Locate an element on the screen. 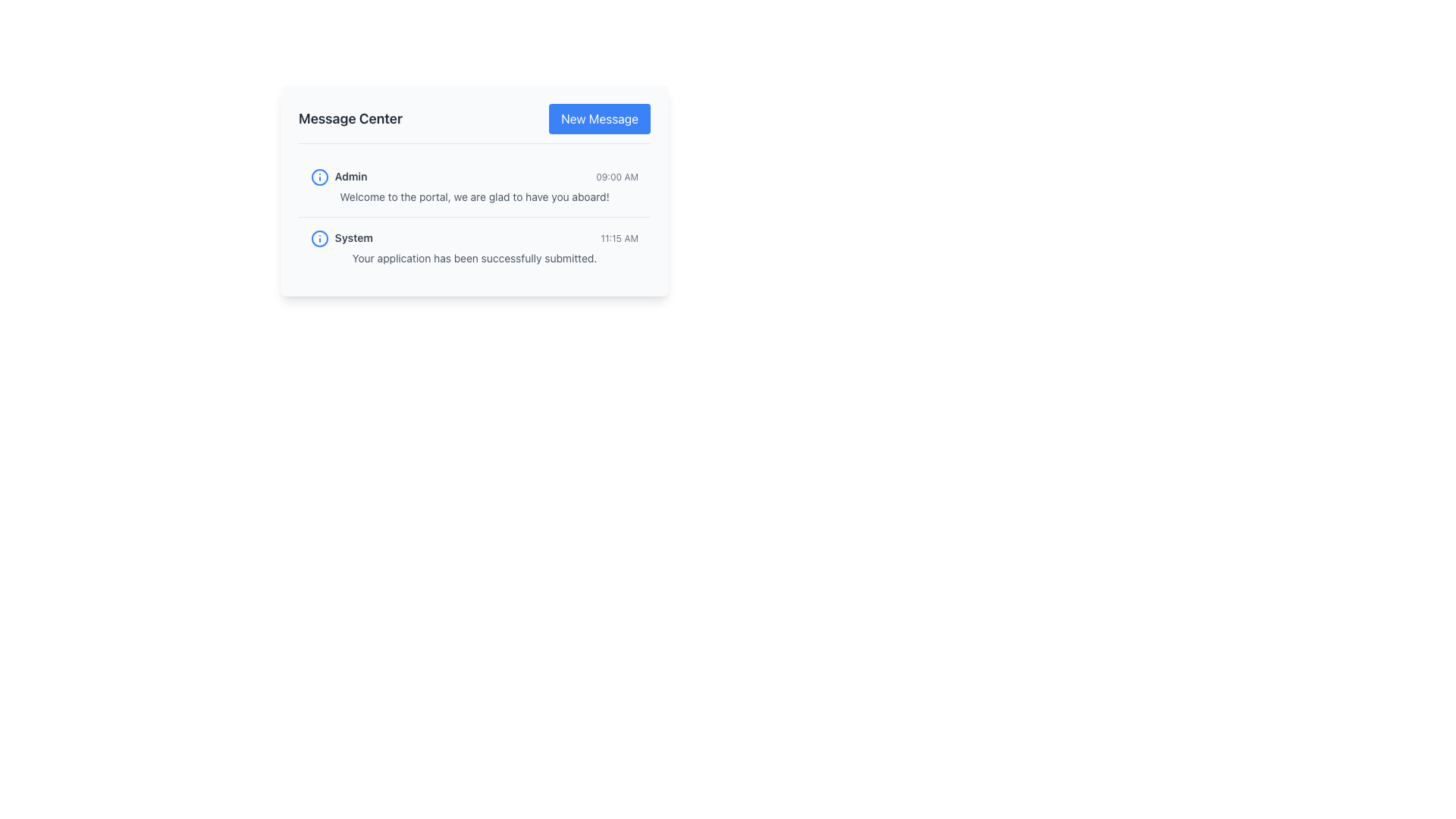 Image resolution: width=1456 pixels, height=819 pixels. the button located on the right side of the 'Message Center' widget is located at coordinates (599, 118).